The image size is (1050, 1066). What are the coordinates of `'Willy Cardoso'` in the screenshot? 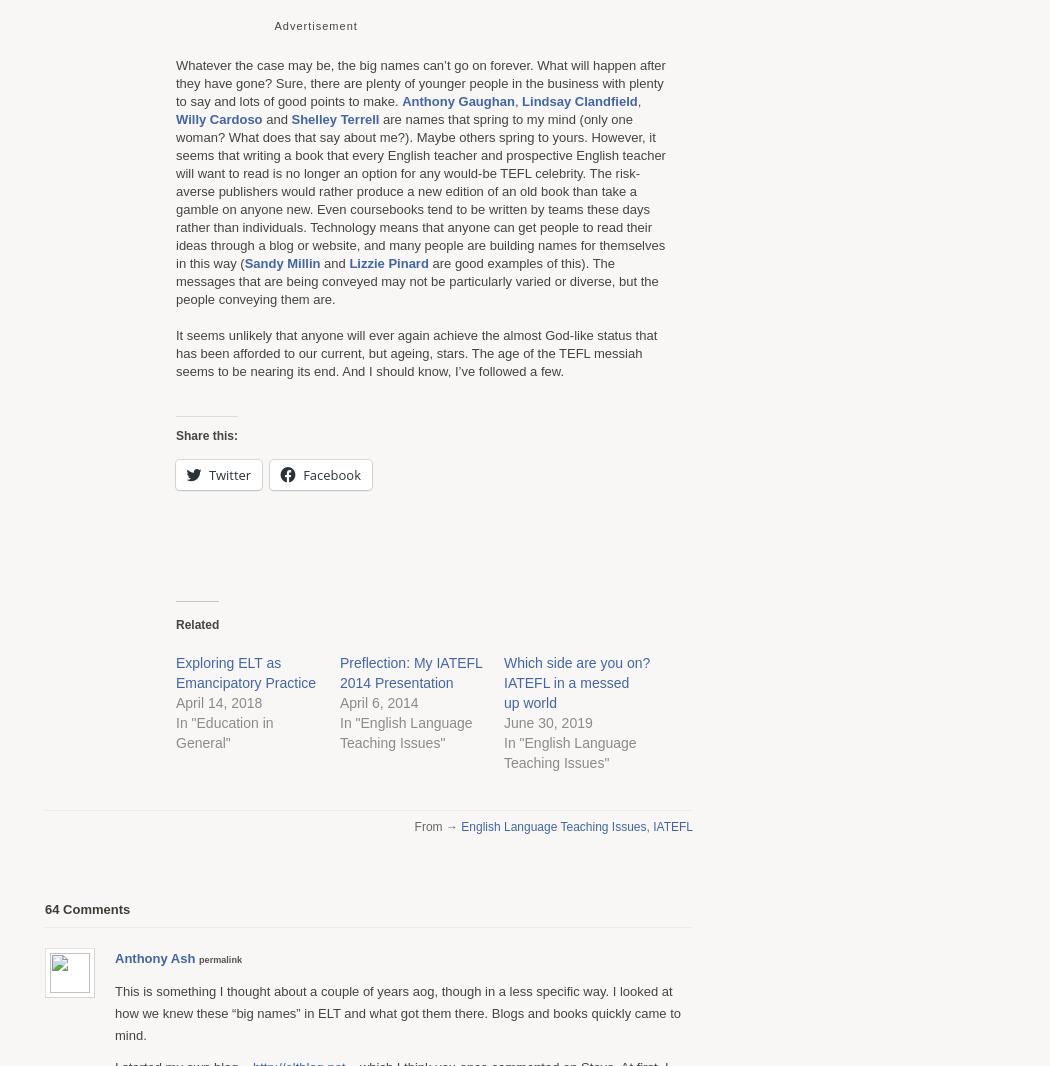 It's located at (218, 118).